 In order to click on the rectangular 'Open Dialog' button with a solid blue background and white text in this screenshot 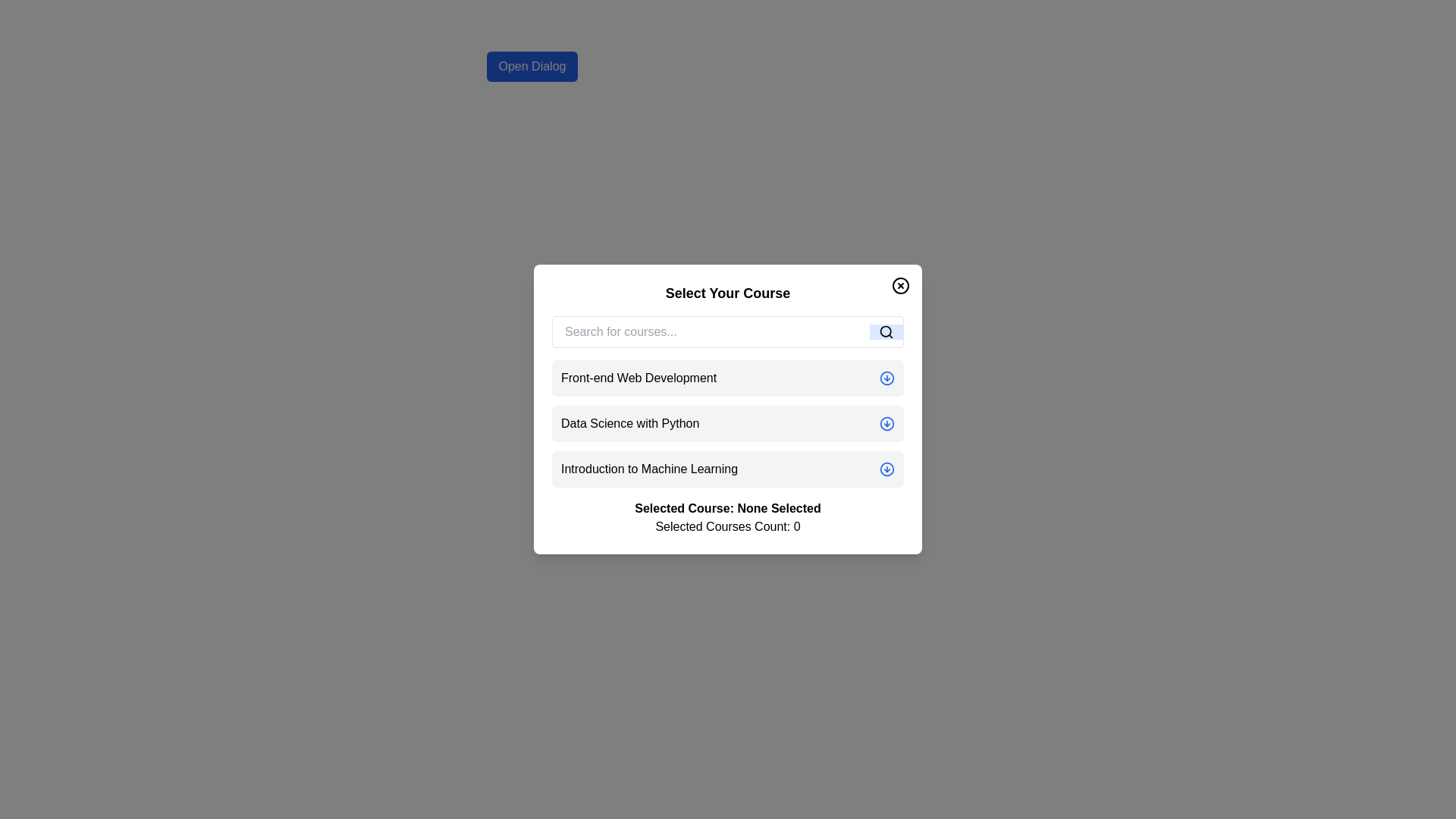, I will do `click(532, 66)`.